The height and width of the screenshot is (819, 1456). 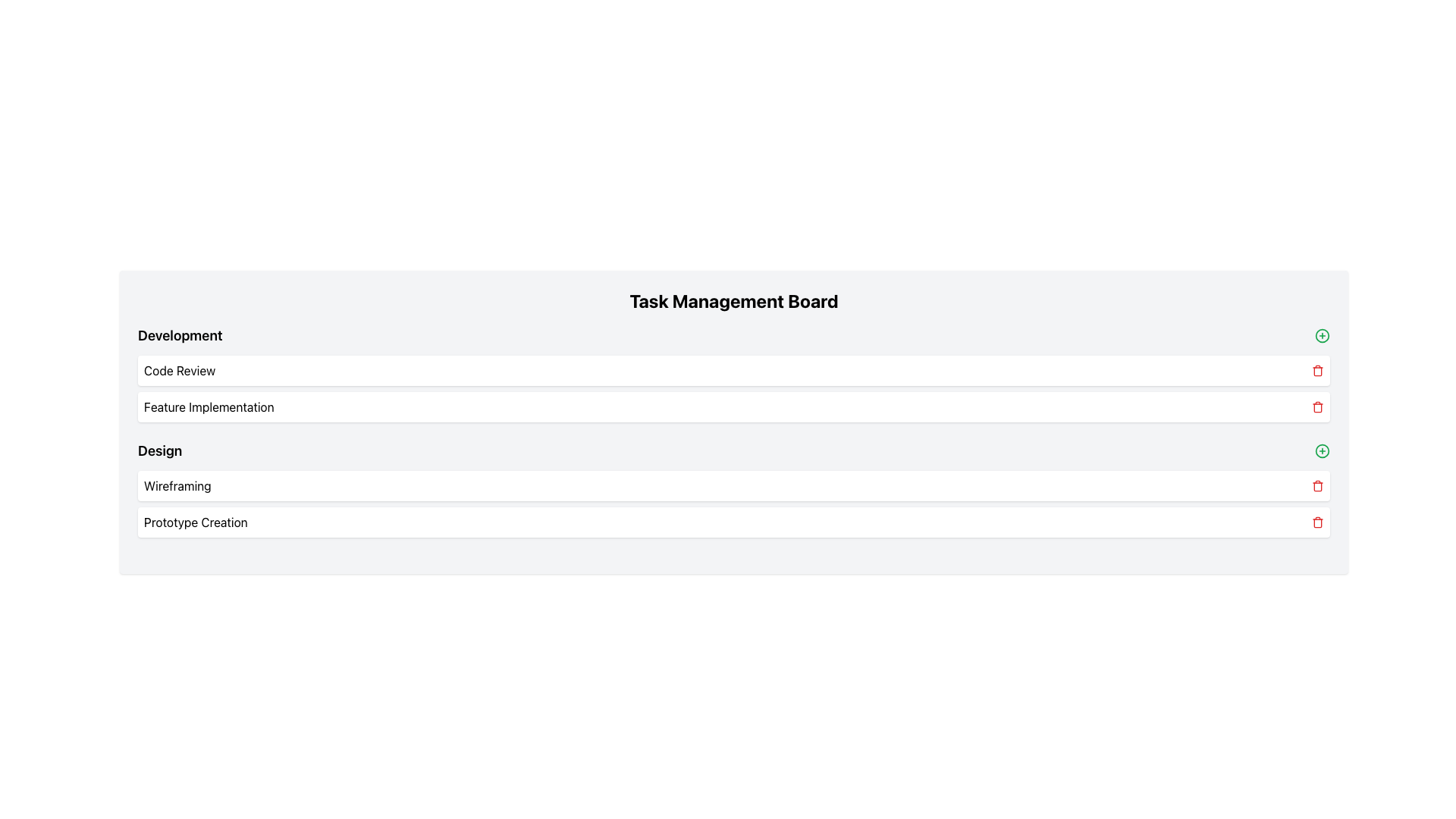 What do you see at coordinates (160, 450) in the screenshot?
I see `the text label displaying 'Design' in bold font style, positioned within the task management board interface, located between 'Feature Implementation' and 'Wireframing'` at bounding box center [160, 450].